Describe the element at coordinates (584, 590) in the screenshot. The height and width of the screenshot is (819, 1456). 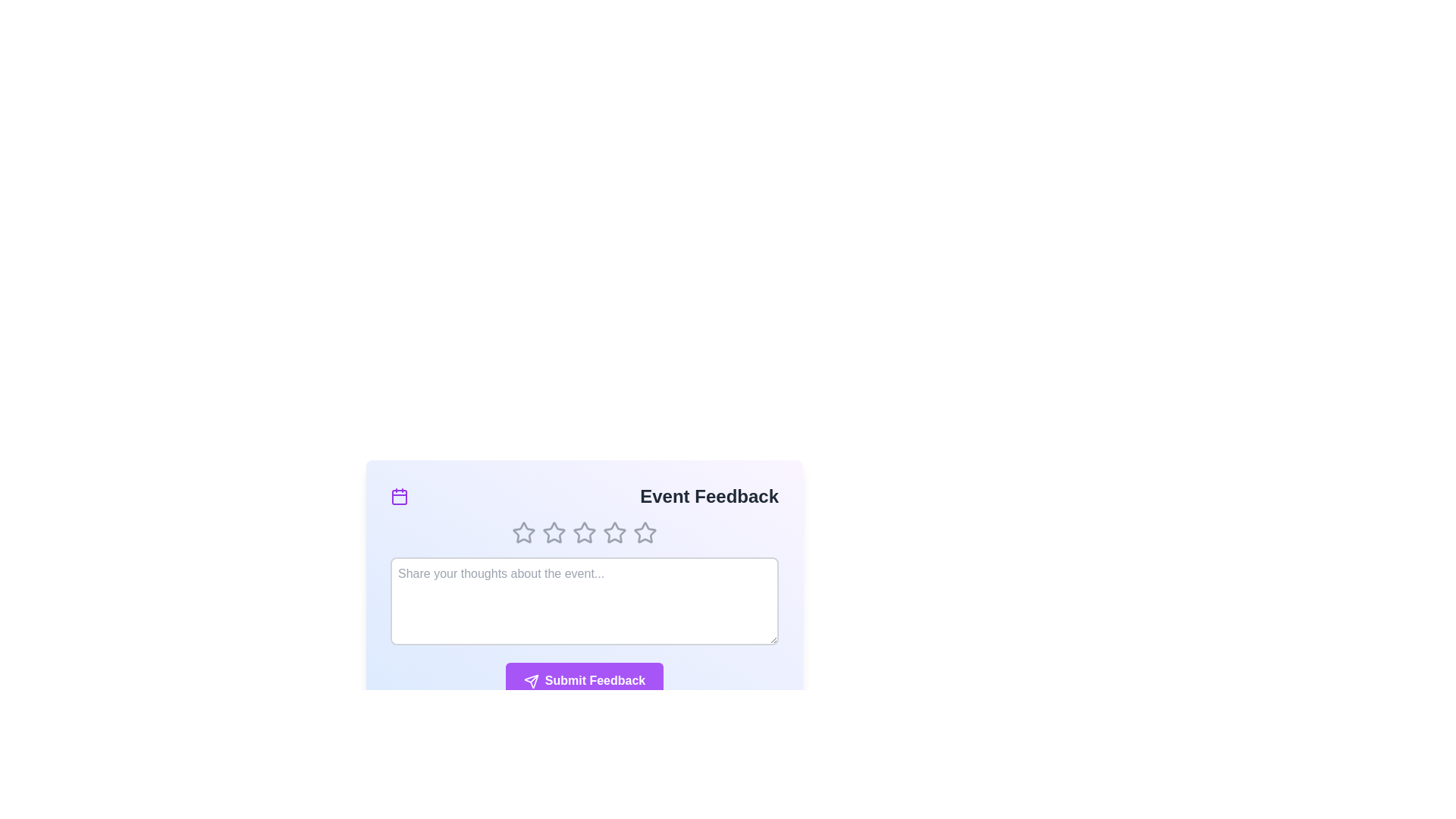
I see `the text input field located centrally below the star icons and above the 'Submit Feedback' button to start typing` at that location.